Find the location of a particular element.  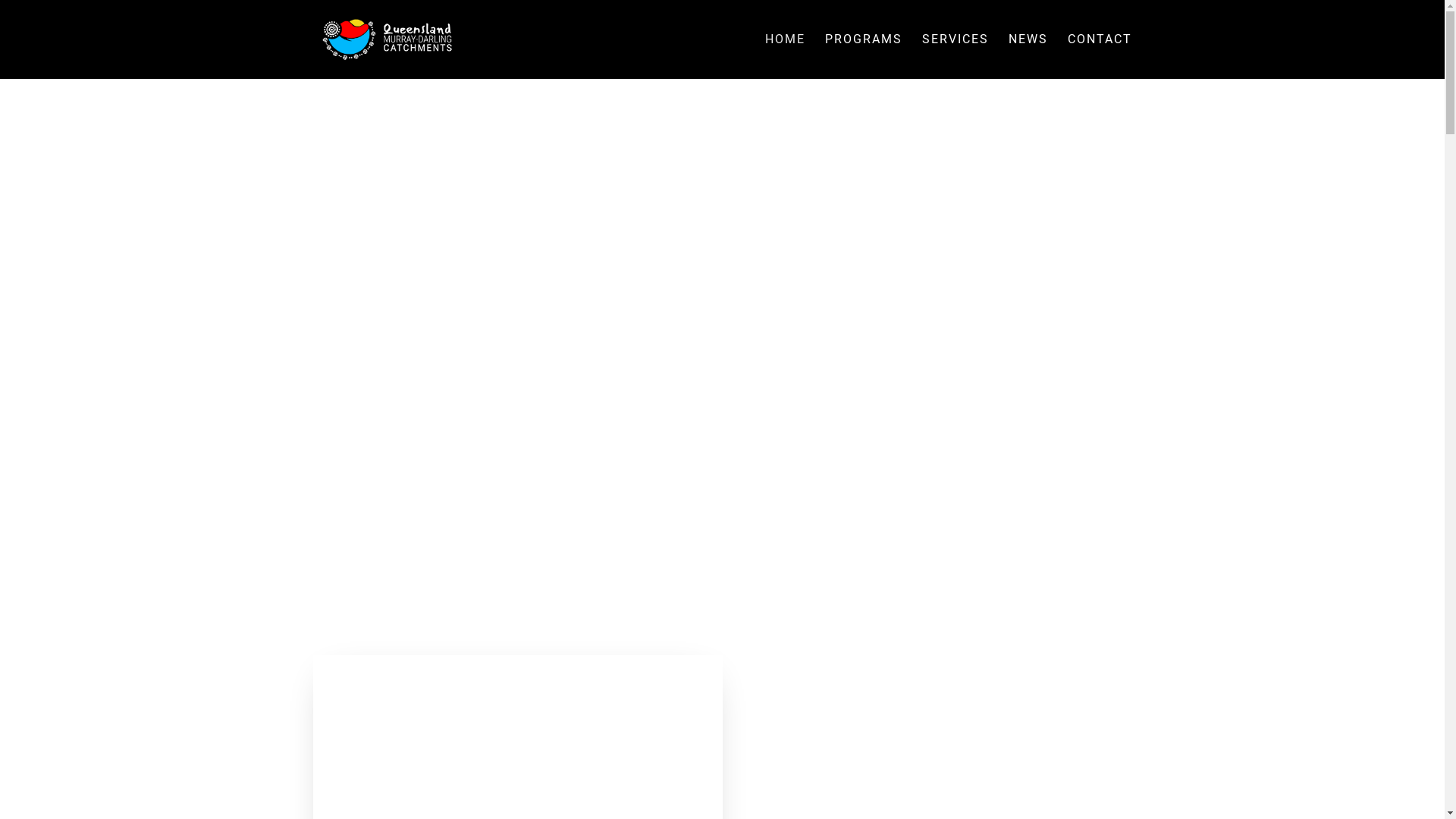

'PROGRAMS' is located at coordinates (863, 55).